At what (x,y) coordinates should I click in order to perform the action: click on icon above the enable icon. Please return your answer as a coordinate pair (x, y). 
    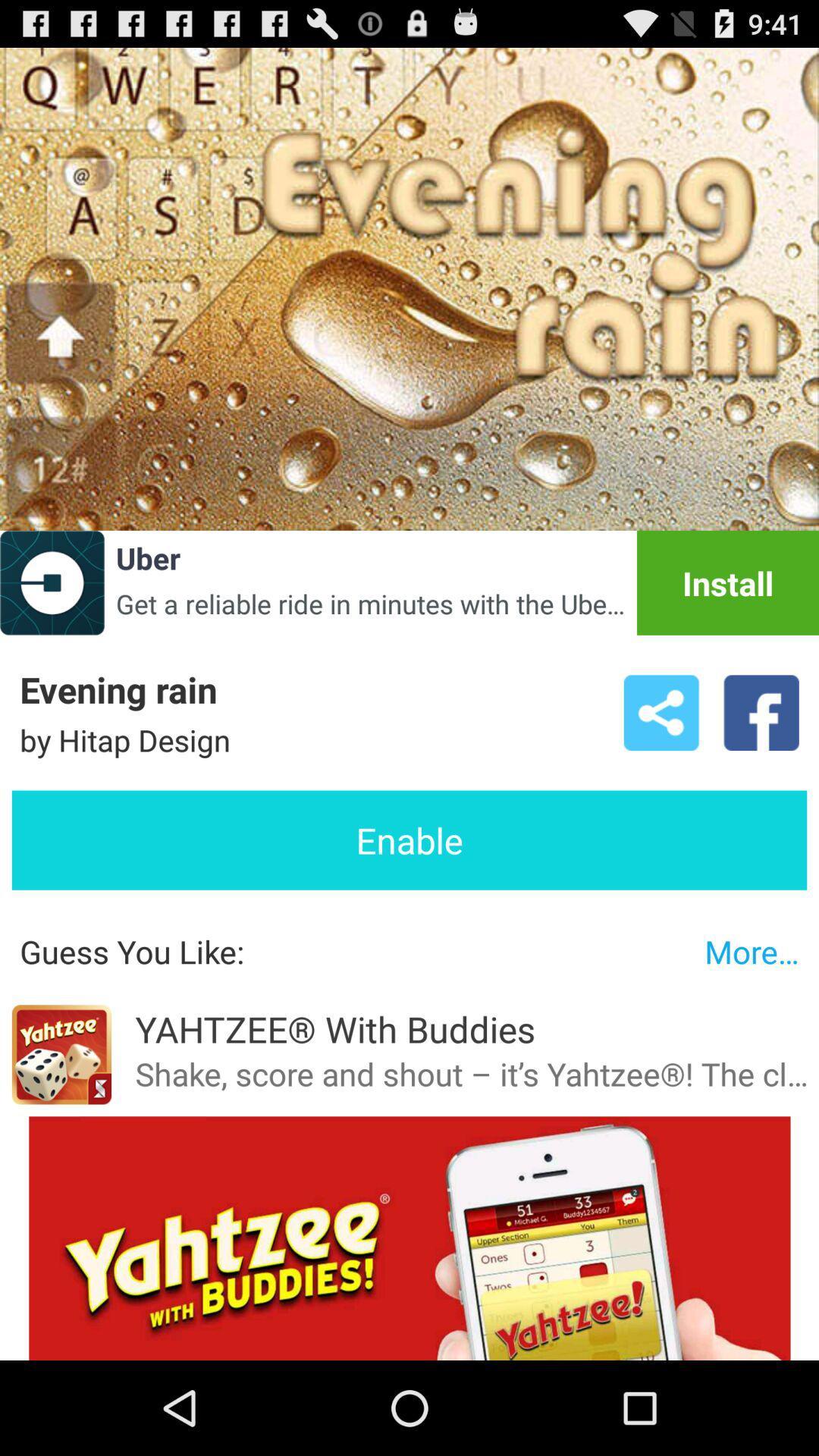
    Looking at the image, I should click on (761, 712).